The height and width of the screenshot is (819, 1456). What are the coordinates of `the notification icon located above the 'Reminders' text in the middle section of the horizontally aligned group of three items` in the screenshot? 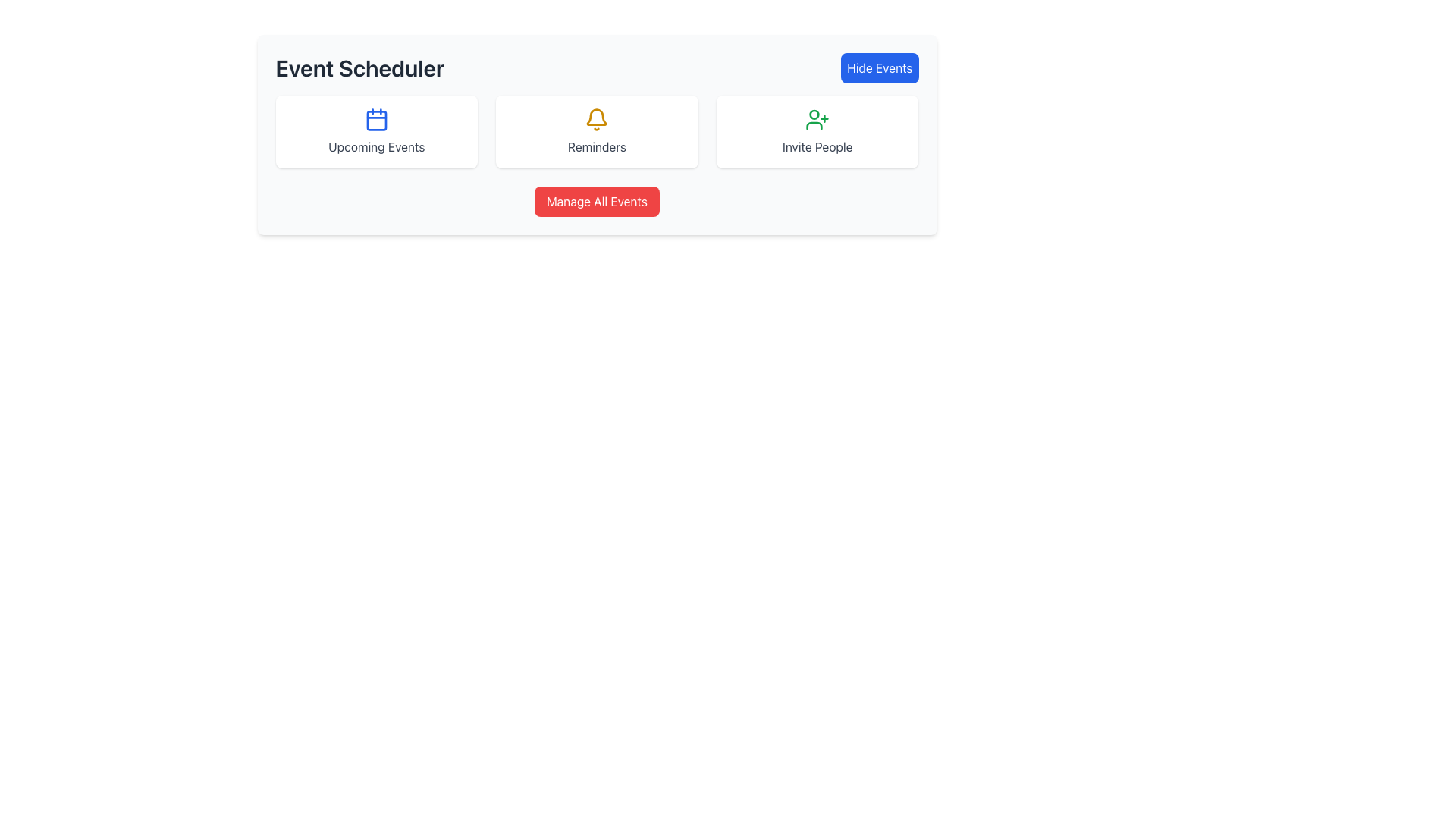 It's located at (596, 119).